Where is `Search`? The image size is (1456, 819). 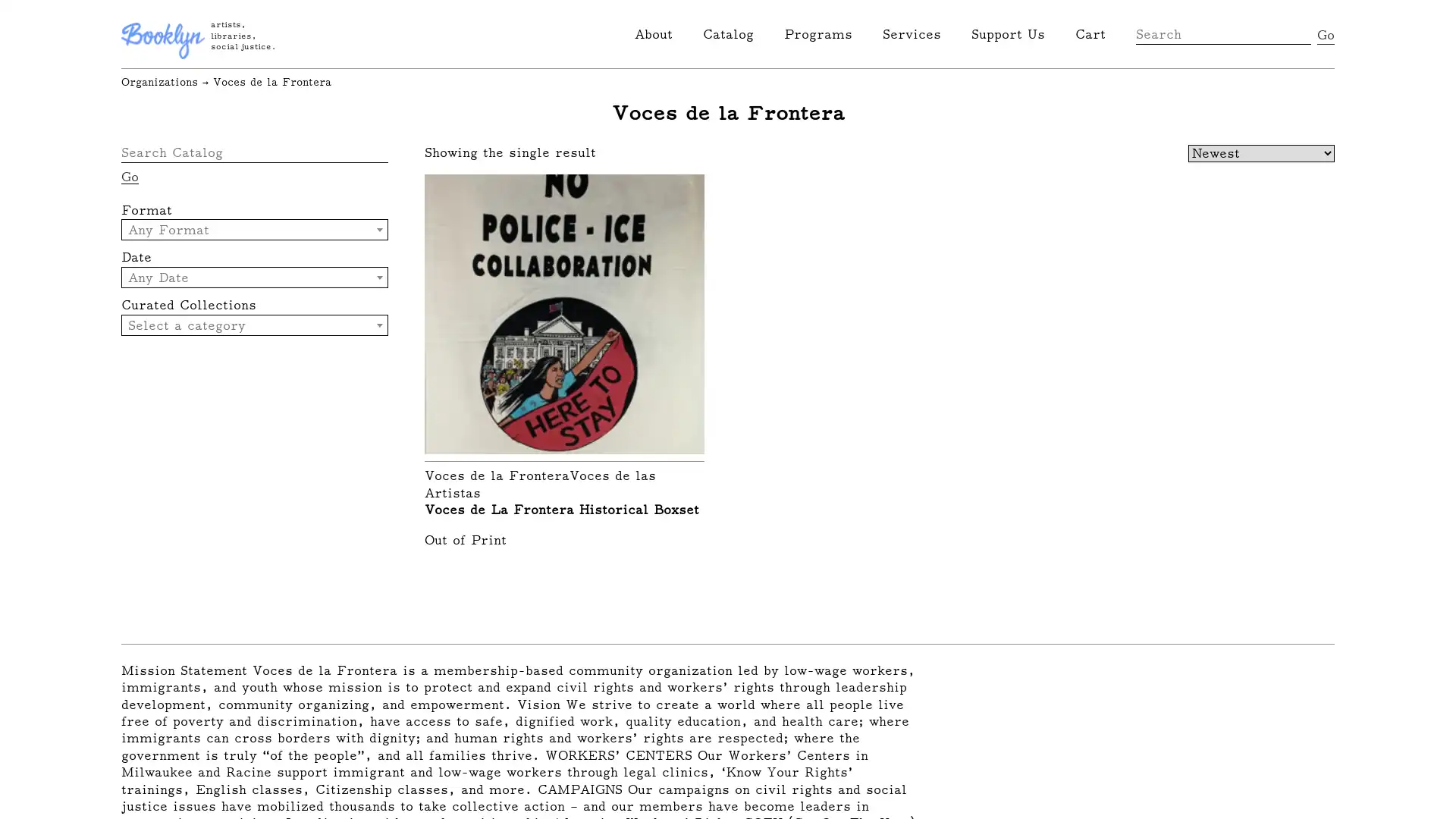 Search is located at coordinates (1325, 34).